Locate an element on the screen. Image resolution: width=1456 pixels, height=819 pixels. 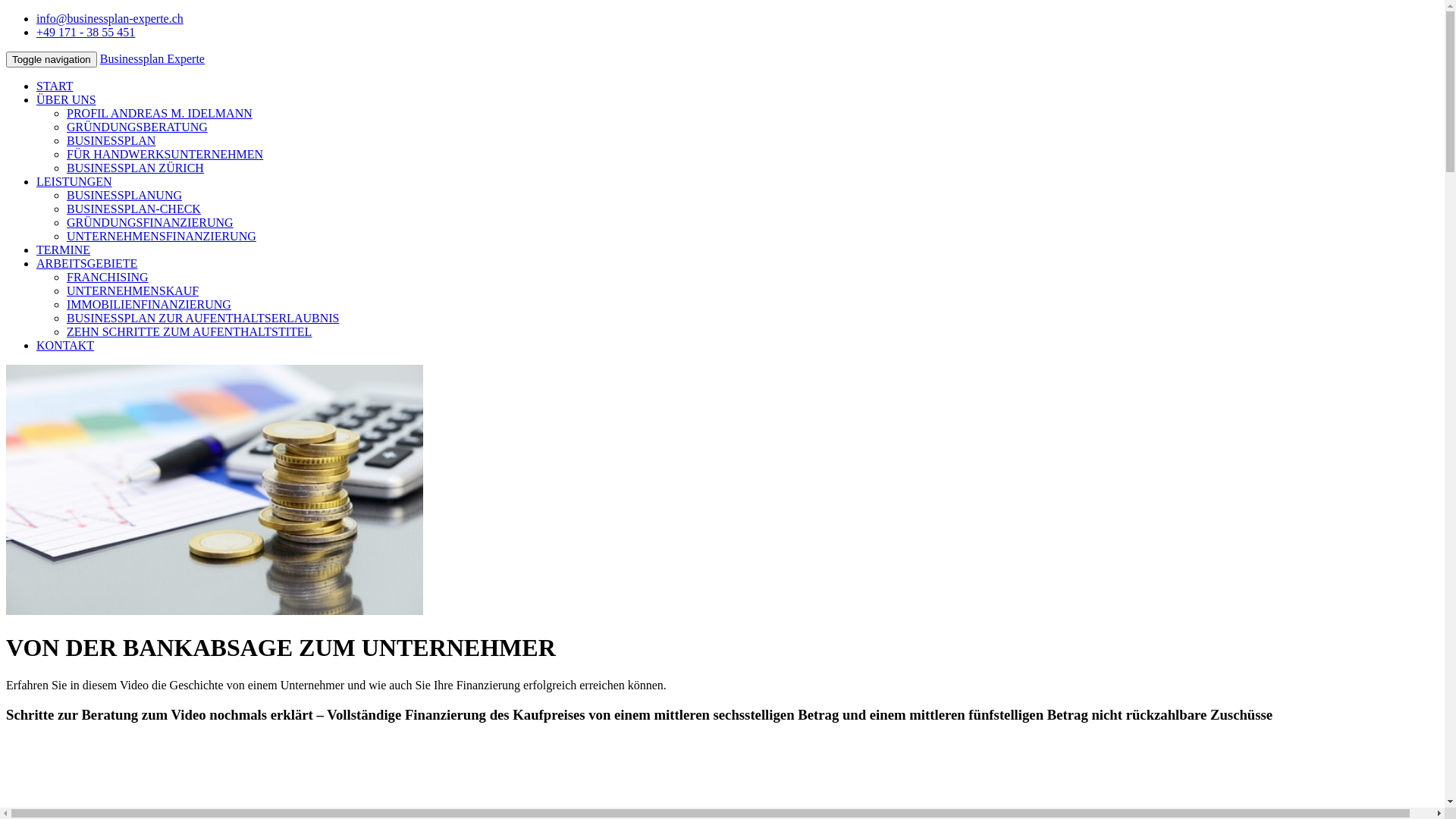
'Businessplan Experte' is located at coordinates (99, 58).